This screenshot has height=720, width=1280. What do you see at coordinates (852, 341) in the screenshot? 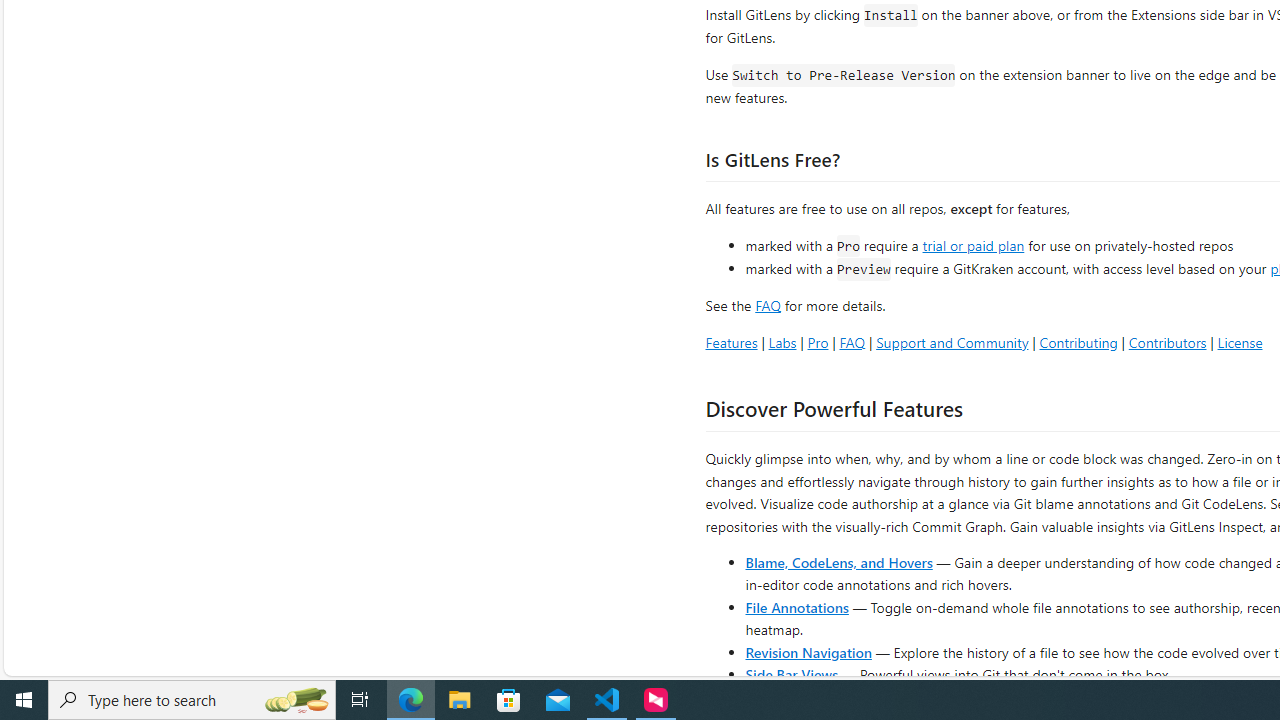
I see `'FAQ'` at bounding box center [852, 341].